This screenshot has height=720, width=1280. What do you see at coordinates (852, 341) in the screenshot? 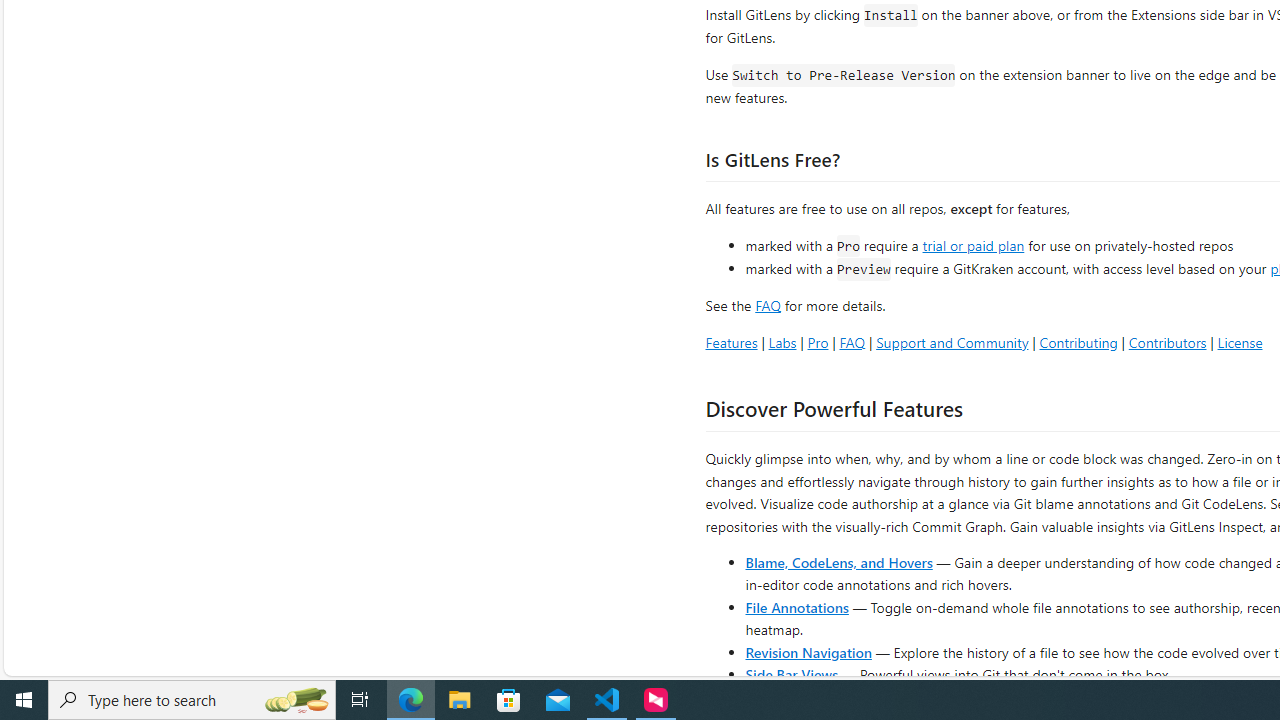
I see `'FAQ'` at bounding box center [852, 341].